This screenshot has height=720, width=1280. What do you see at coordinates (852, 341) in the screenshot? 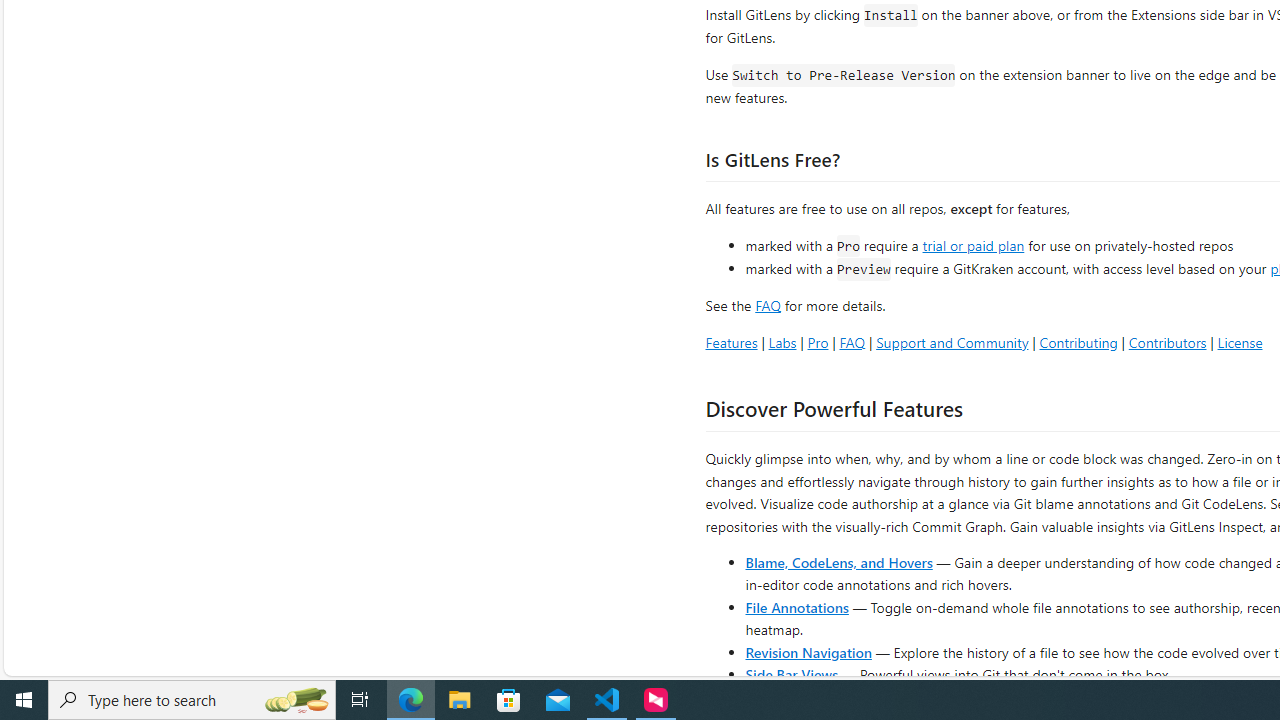
I see `'FAQ'` at bounding box center [852, 341].